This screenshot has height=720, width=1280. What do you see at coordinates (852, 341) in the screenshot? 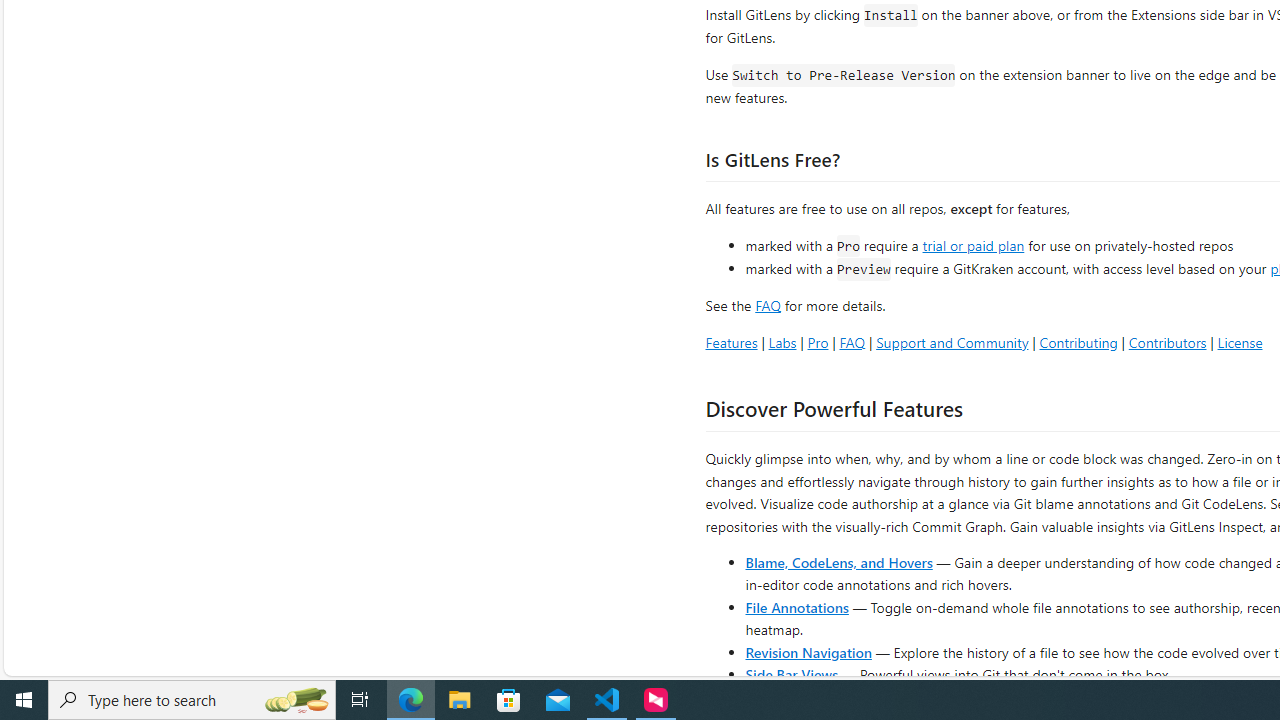
I see `'FAQ'` at bounding box center [852, 341].